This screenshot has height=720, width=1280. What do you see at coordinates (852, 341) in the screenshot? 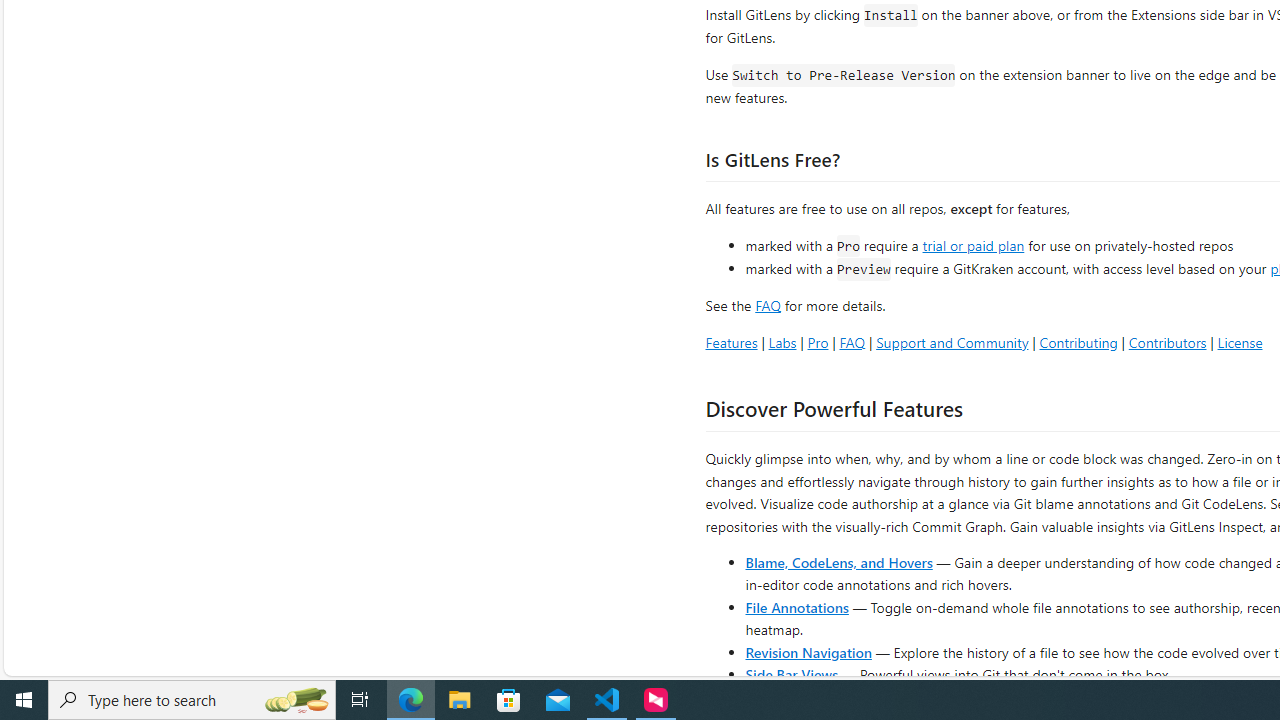
I see `'FAQ'` at bounding box center [852, 341].